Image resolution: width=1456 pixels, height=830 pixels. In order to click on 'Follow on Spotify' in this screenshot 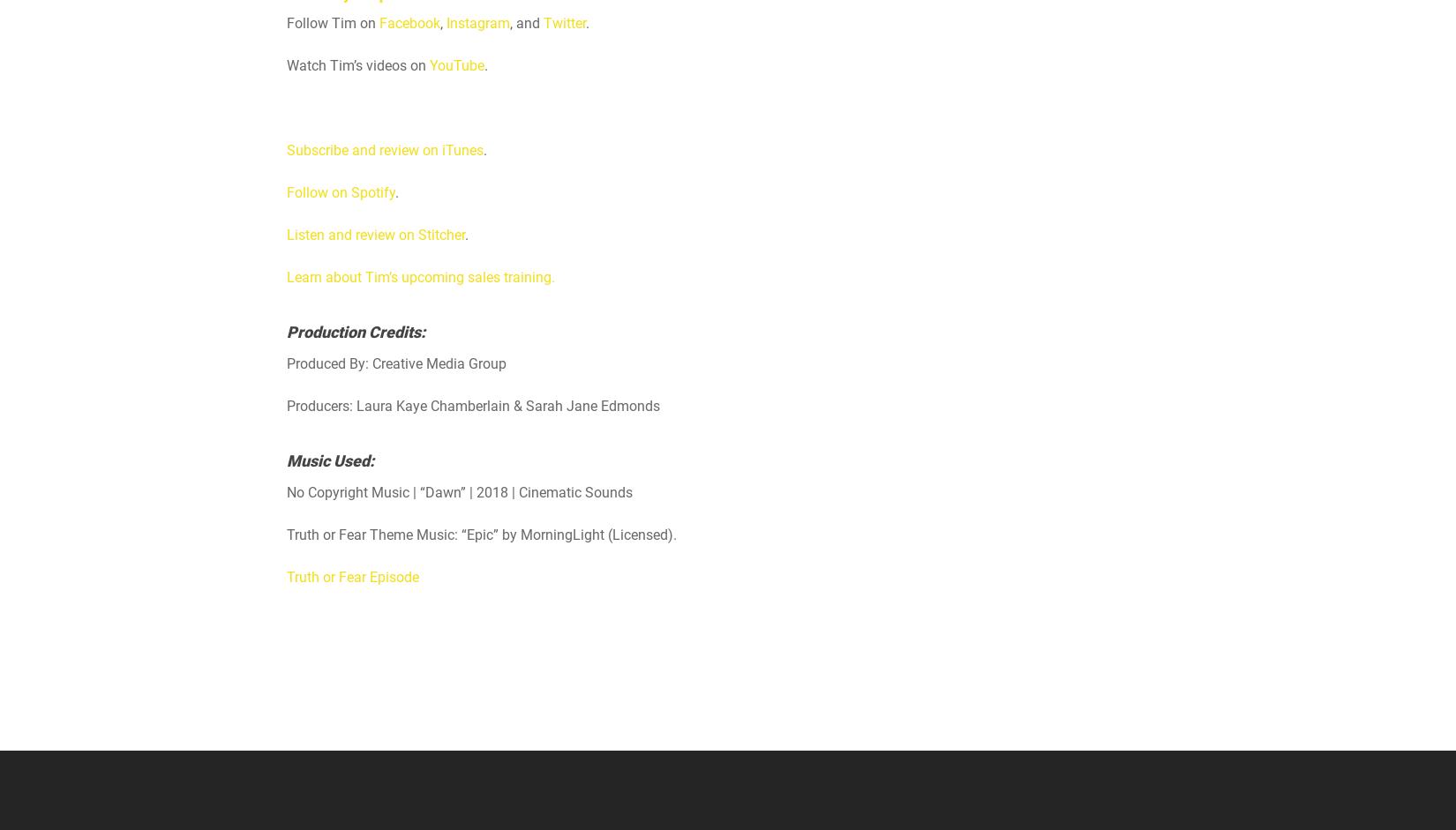, I will do `click(341, 191)`.